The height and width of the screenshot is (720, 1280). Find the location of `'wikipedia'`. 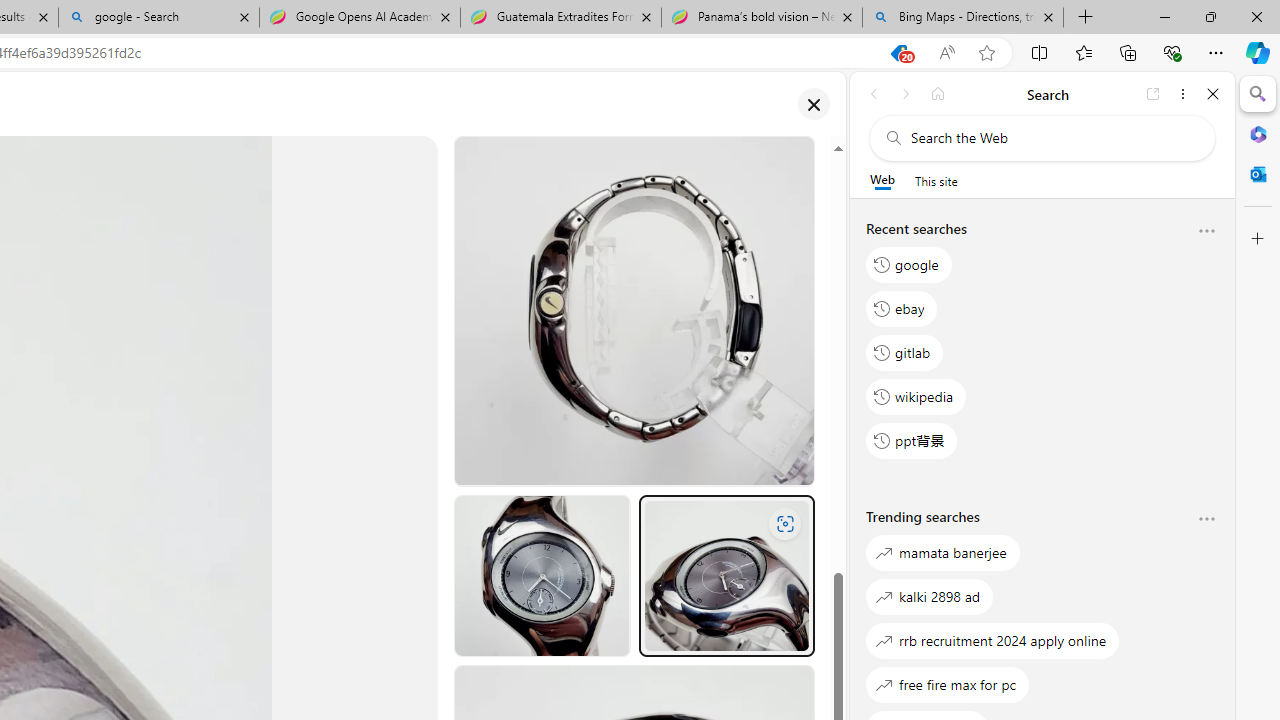

'wikipedia' is located at coordinates (915, 396).